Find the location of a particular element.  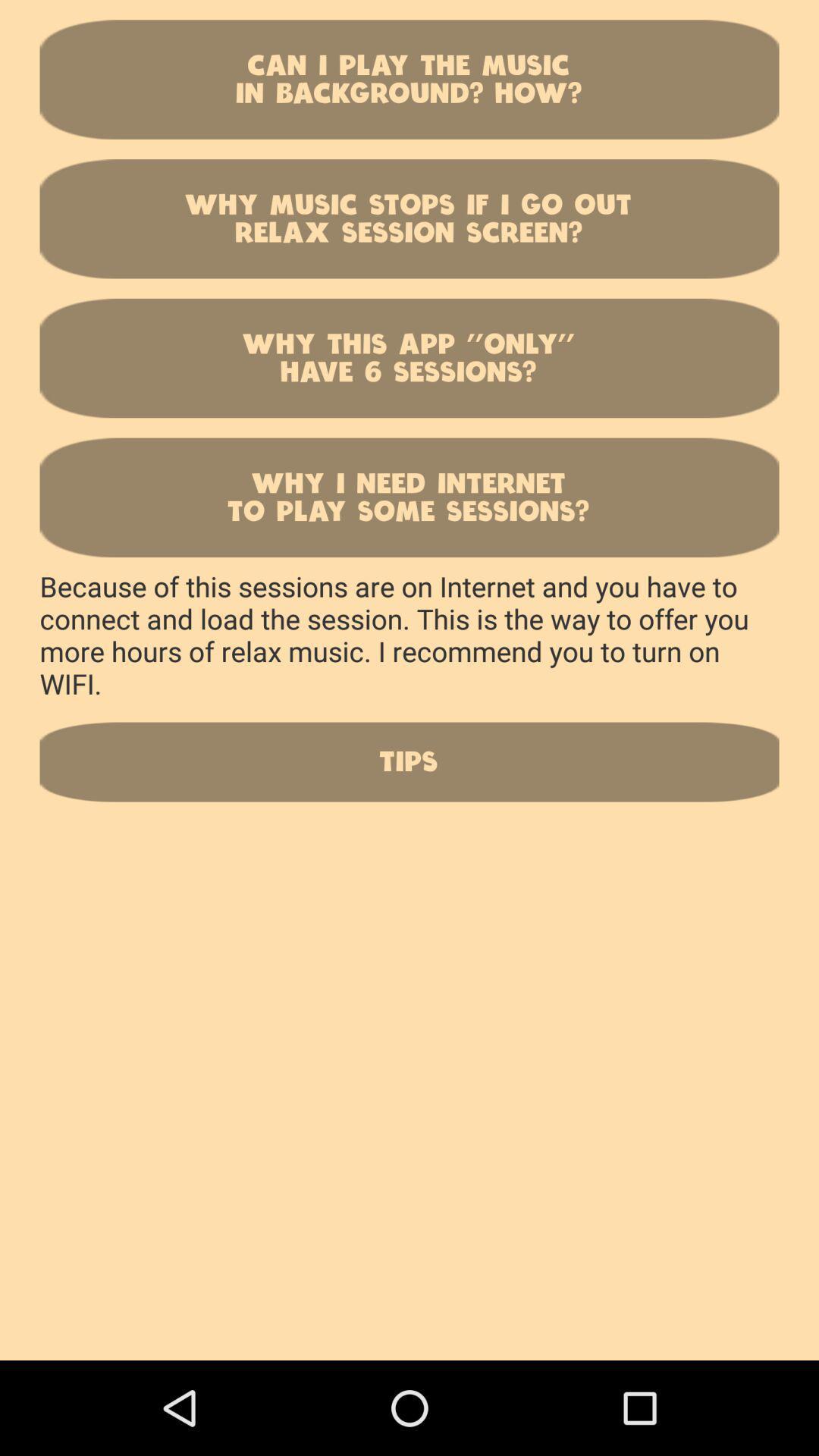

the item below why music stops is located at coordinates (409, 357).